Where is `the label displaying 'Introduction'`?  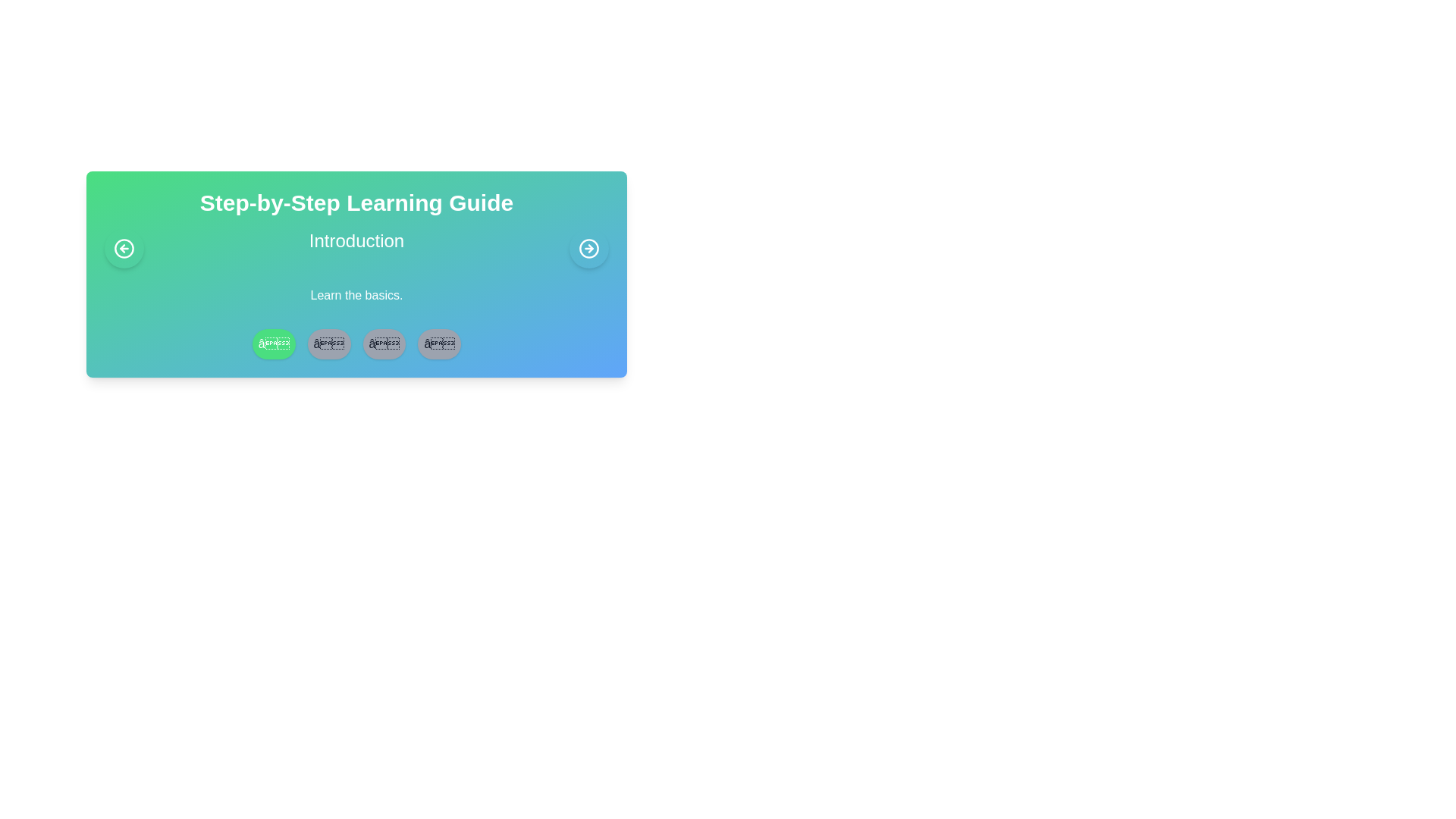
the label displaying 'Introduction' is located at coordinates (356, 247).